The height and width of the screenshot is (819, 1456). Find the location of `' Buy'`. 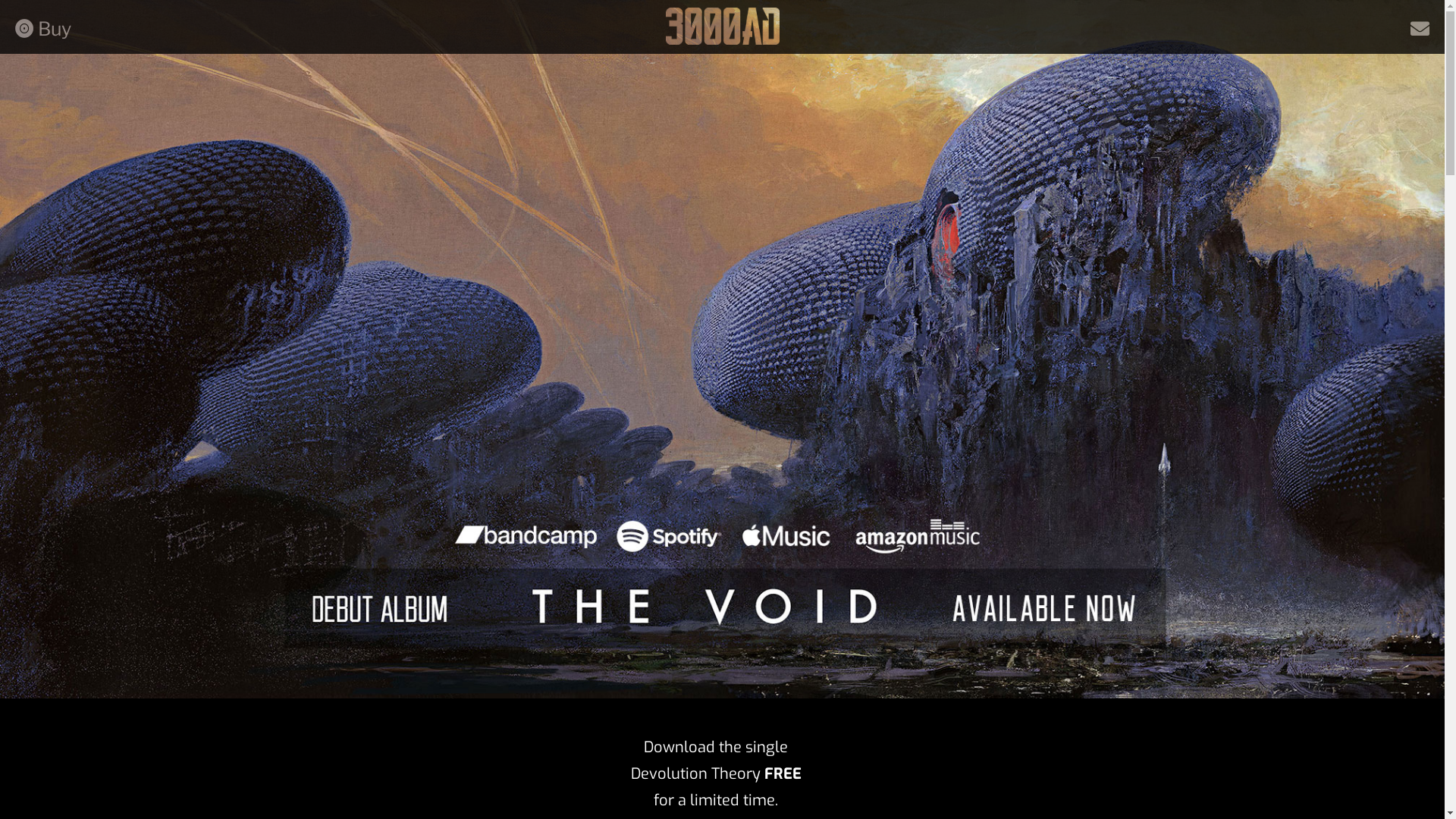

' Buy' is located at coordinates (43, 29).